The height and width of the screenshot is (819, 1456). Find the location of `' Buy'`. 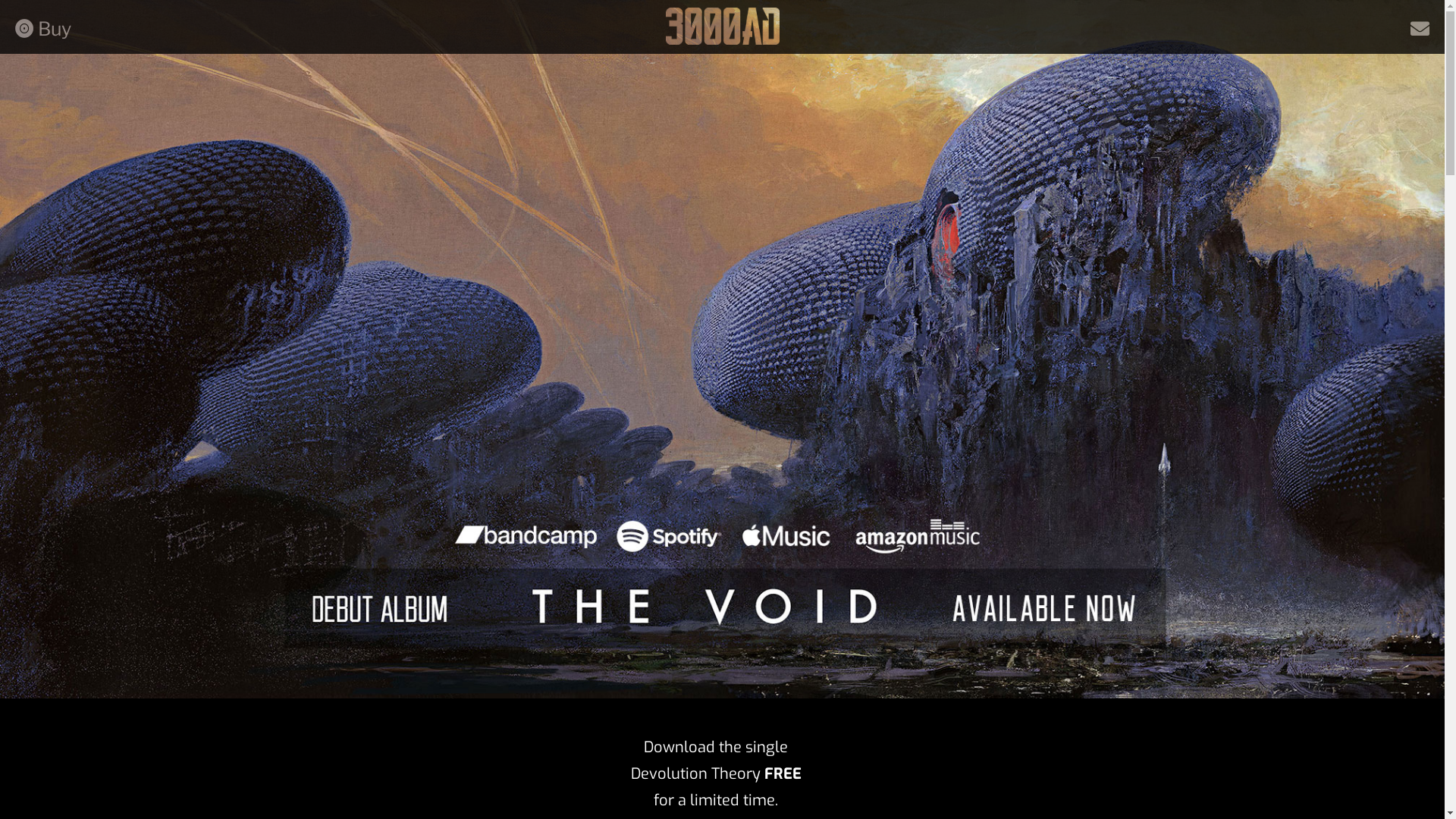

' Buy' is located at coordinates (43, 29).